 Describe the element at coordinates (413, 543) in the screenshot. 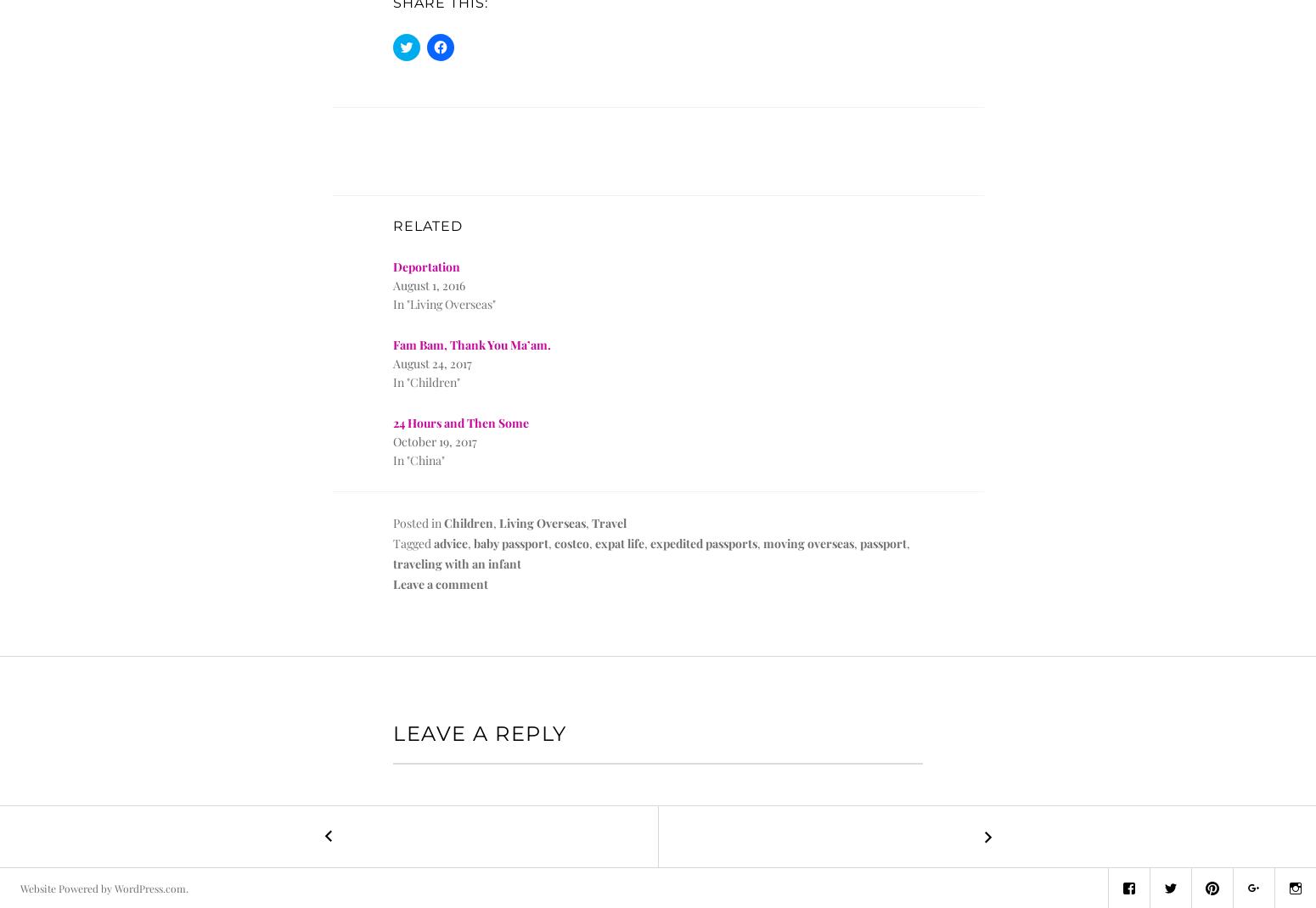

I see `'Tagged'` at that location.